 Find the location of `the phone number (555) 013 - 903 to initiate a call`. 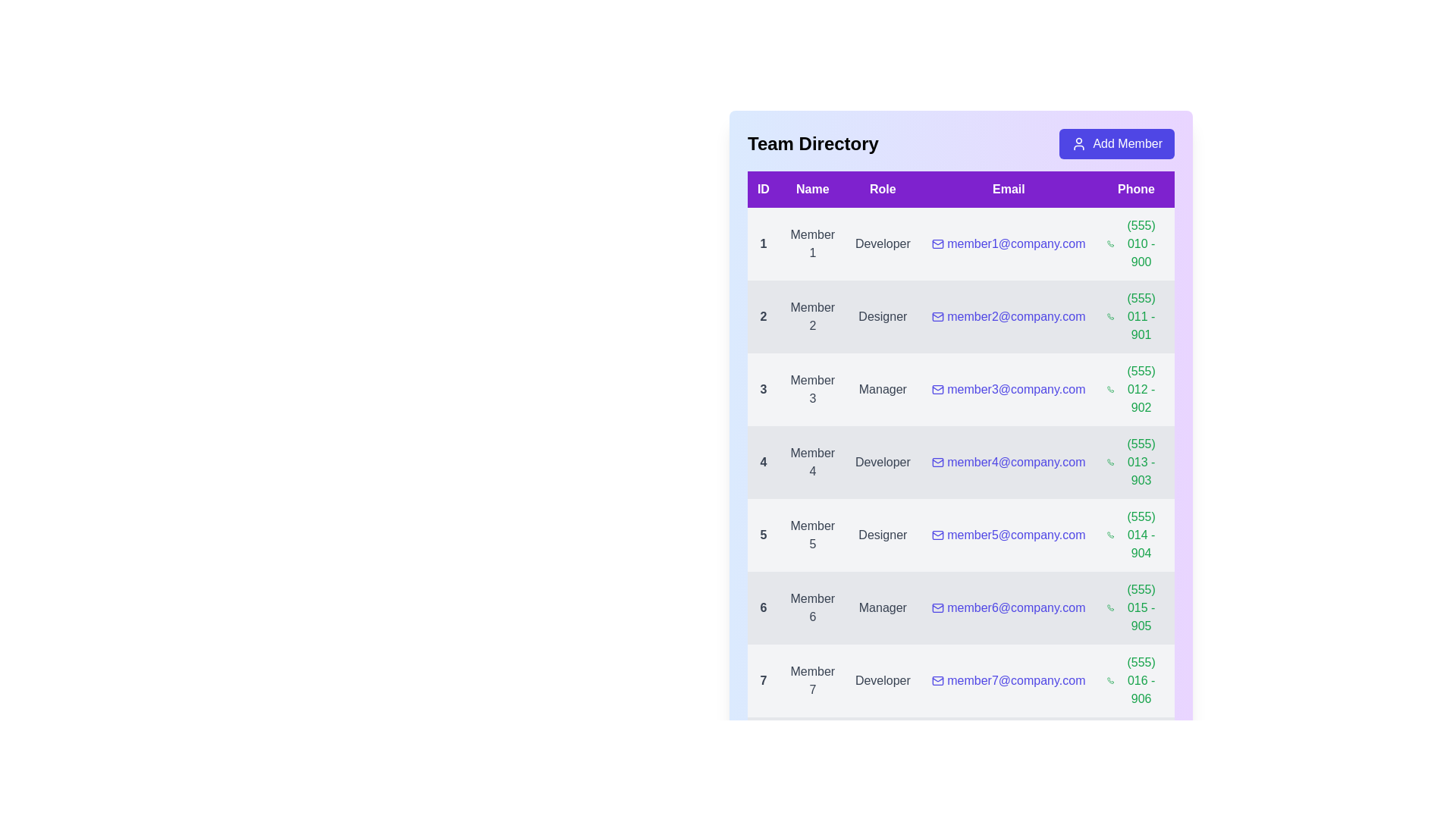

the phone number (555) 013 - 903 to initiate a call is located at coordinates (1136, 461).